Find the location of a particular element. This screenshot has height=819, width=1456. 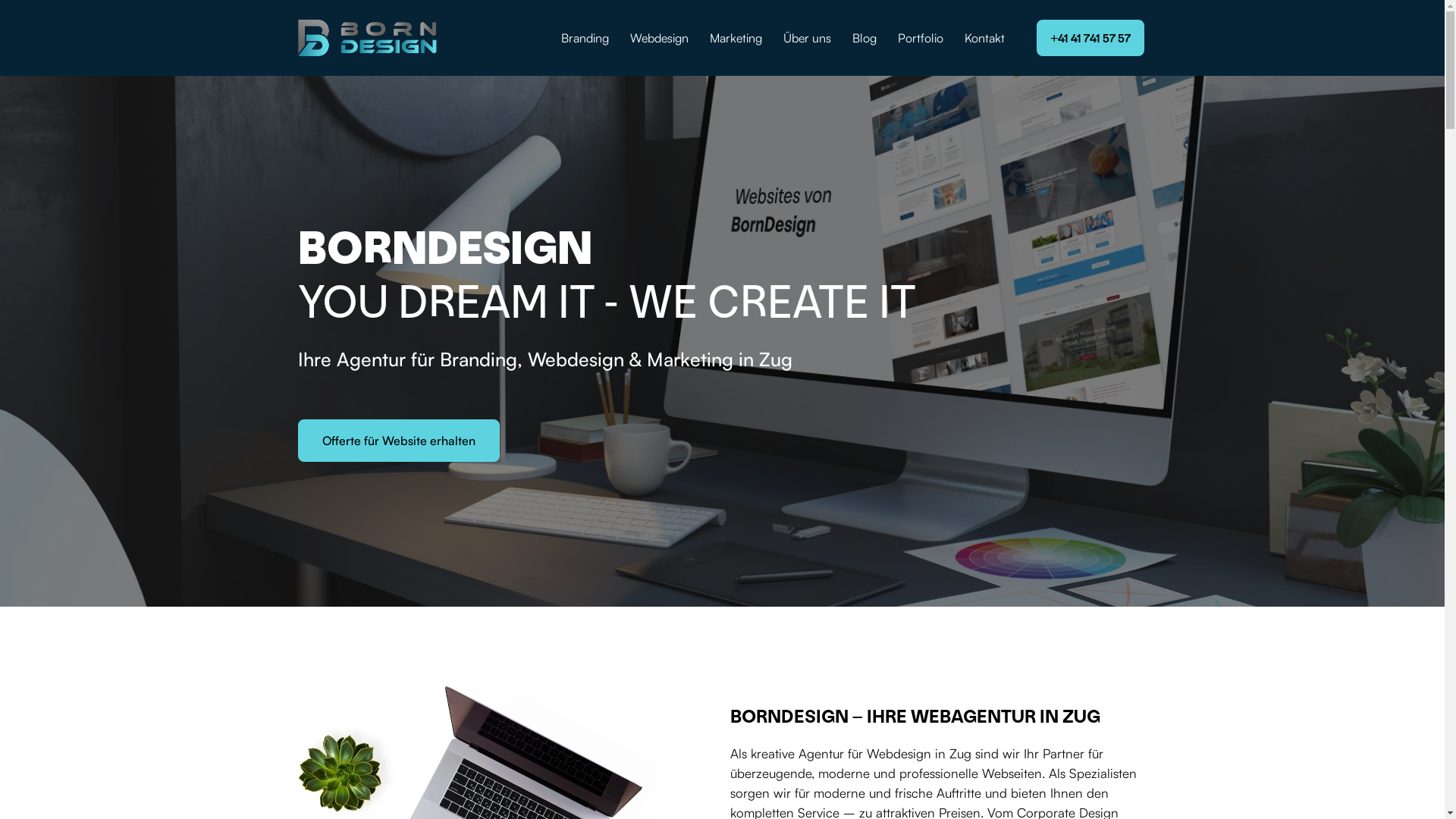

'+41 41 741 57 57' is located at coordinates (1036, 37).